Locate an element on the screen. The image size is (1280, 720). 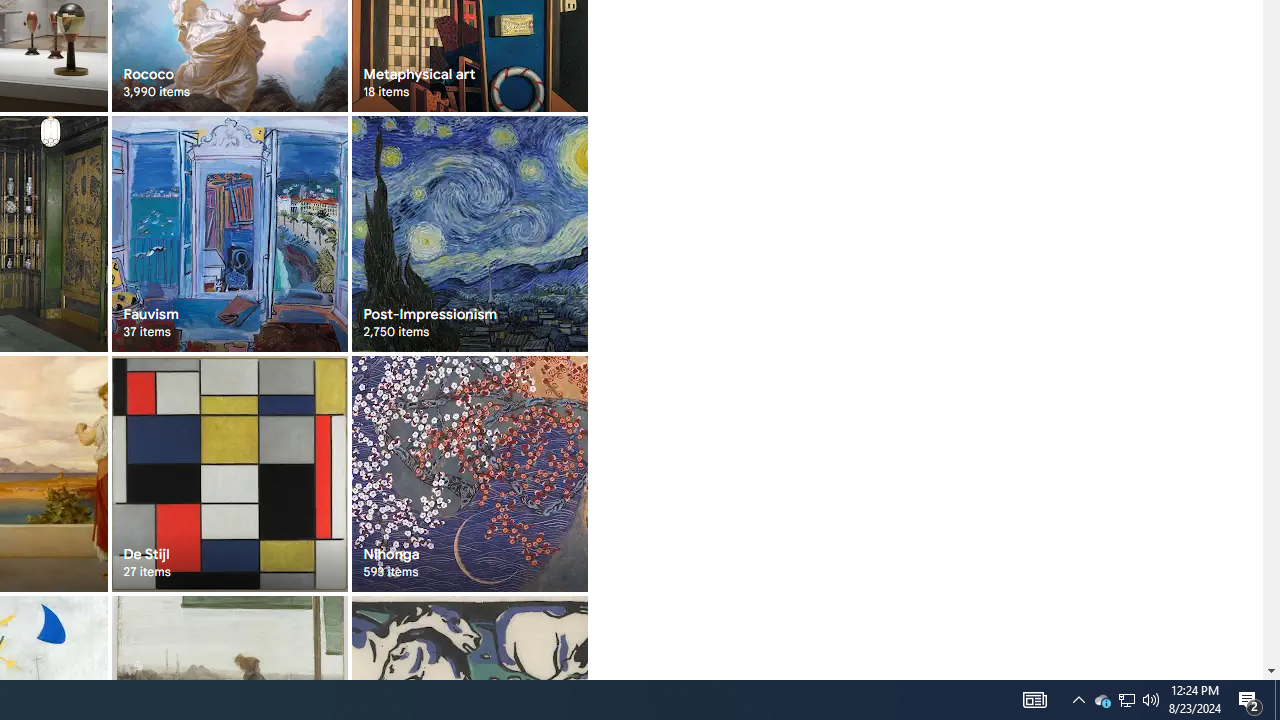
'De Stijl 27 items' is located at coordinates (229, 473).